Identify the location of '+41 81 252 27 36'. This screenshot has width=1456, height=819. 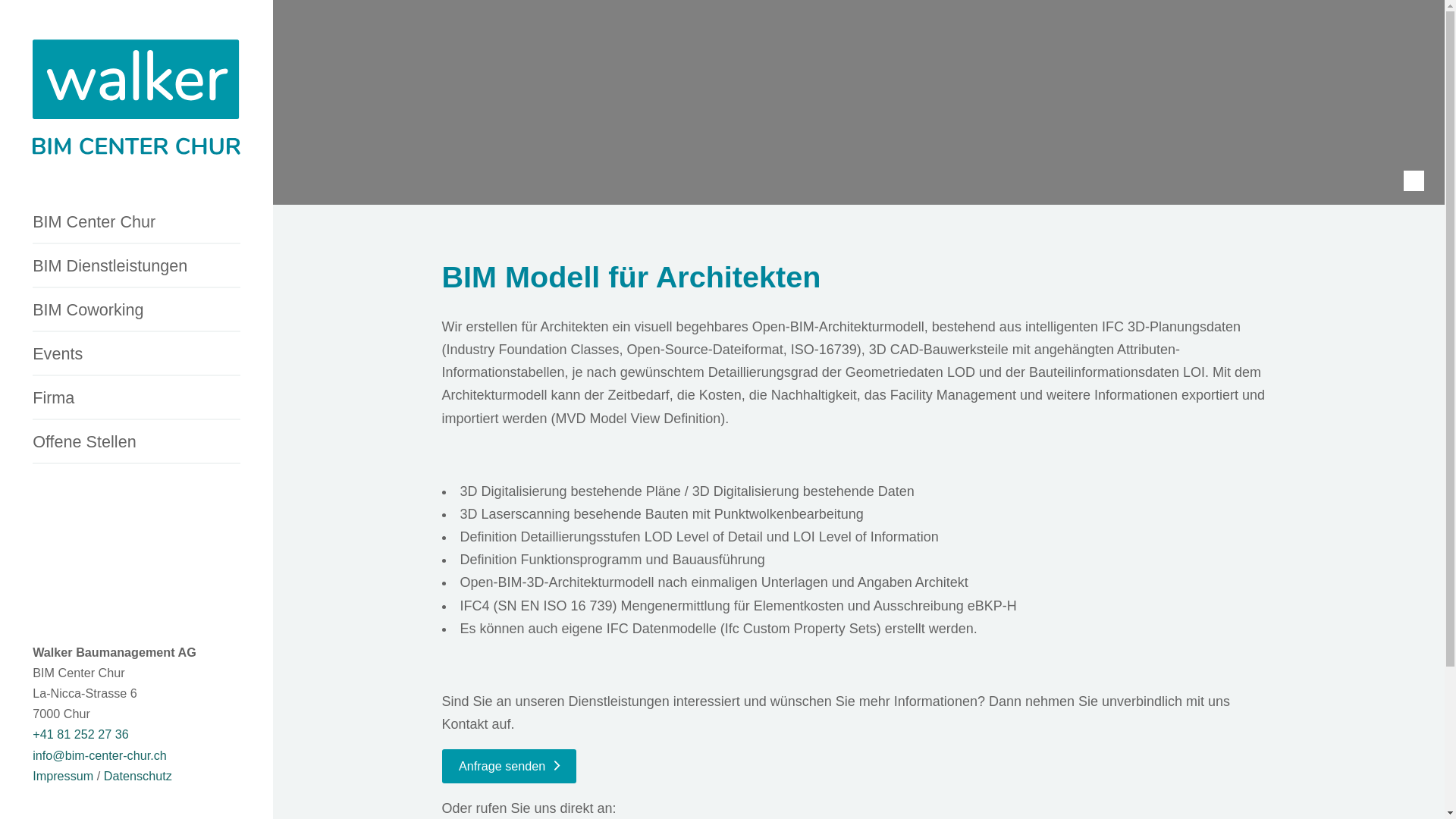
(79, 733).